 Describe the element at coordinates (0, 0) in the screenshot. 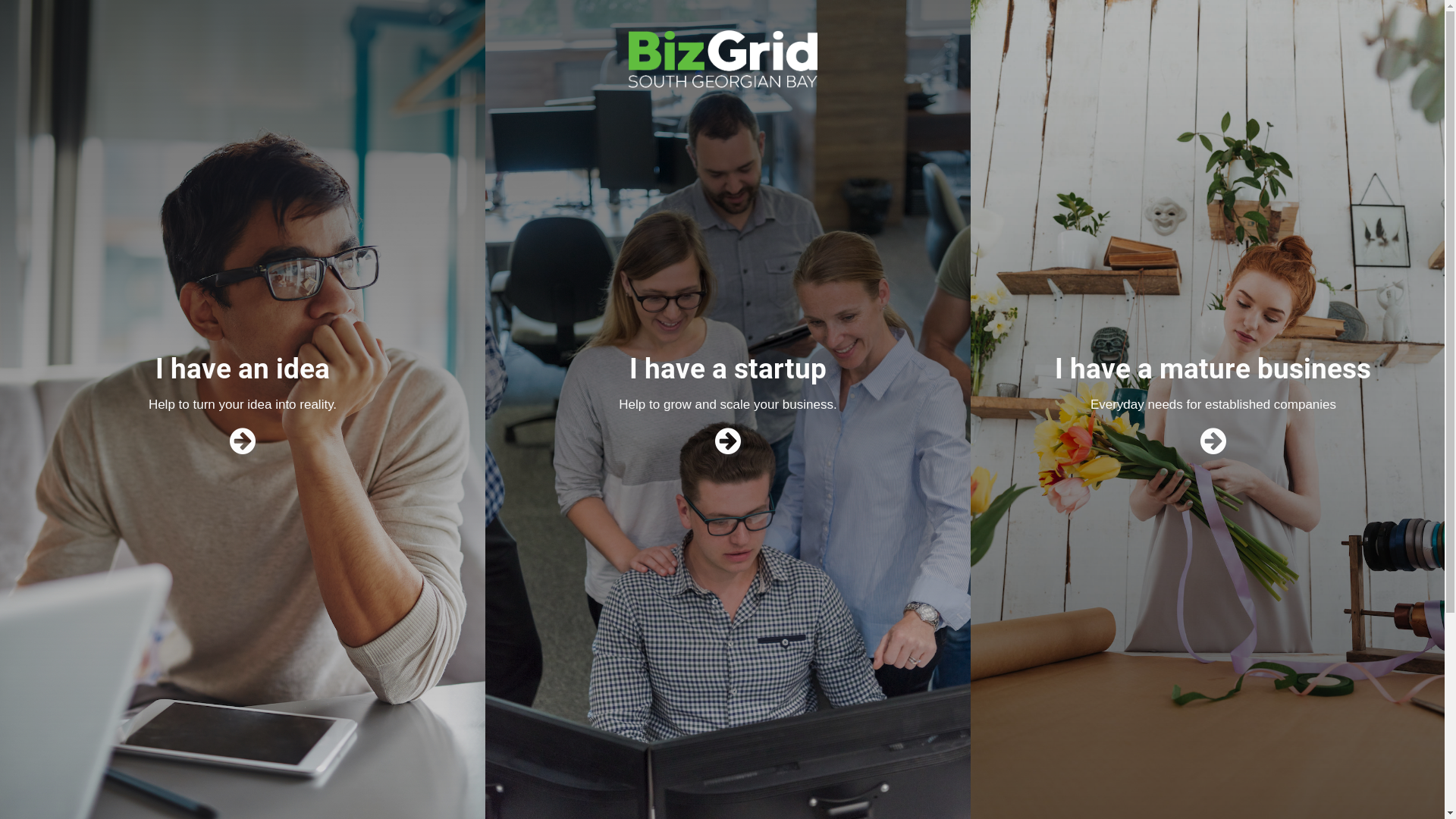

I see `'Skip to content'` at that location.